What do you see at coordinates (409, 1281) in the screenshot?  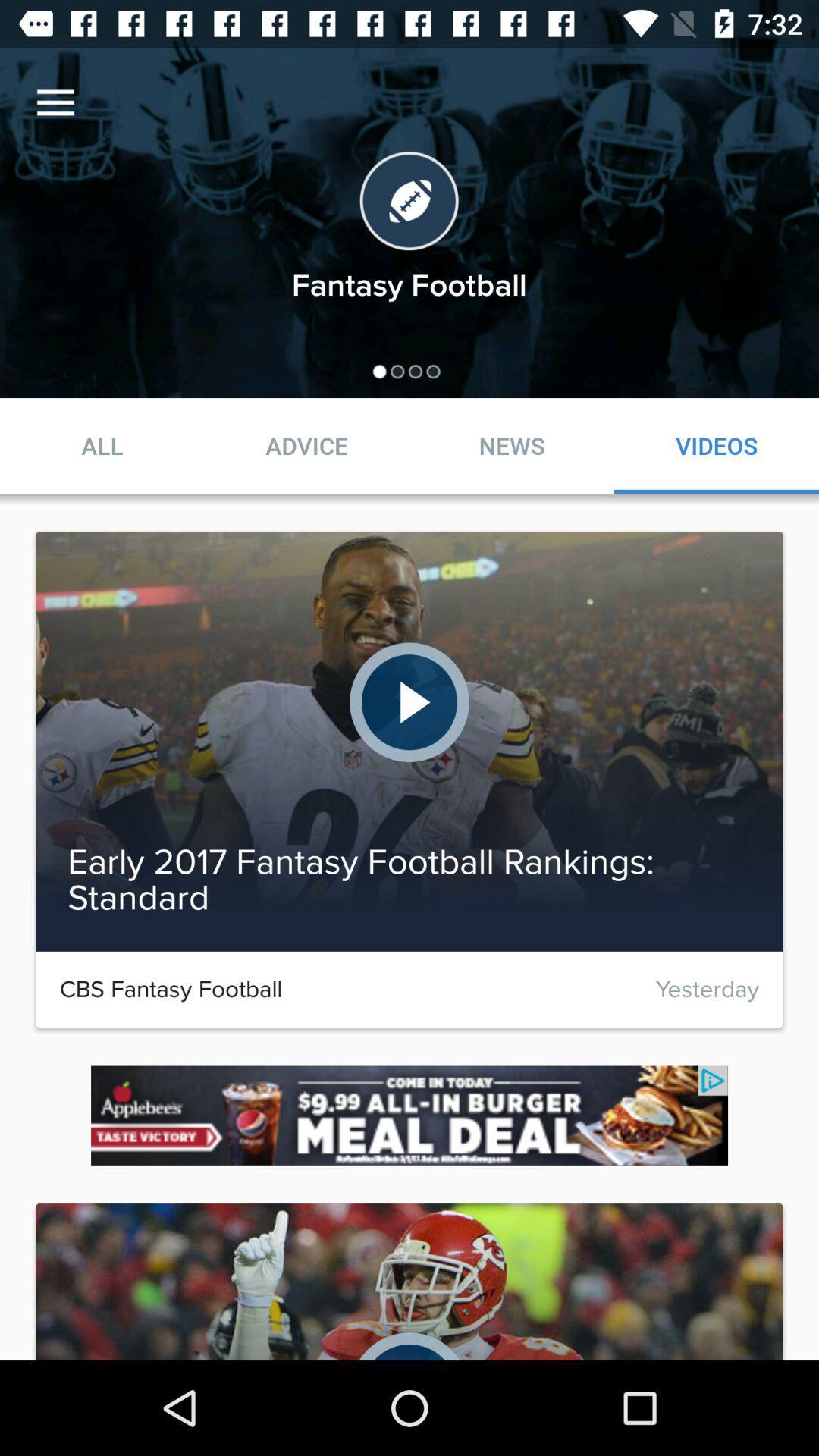 I see `the bottom middle image` at bounding box center [409, 1281].